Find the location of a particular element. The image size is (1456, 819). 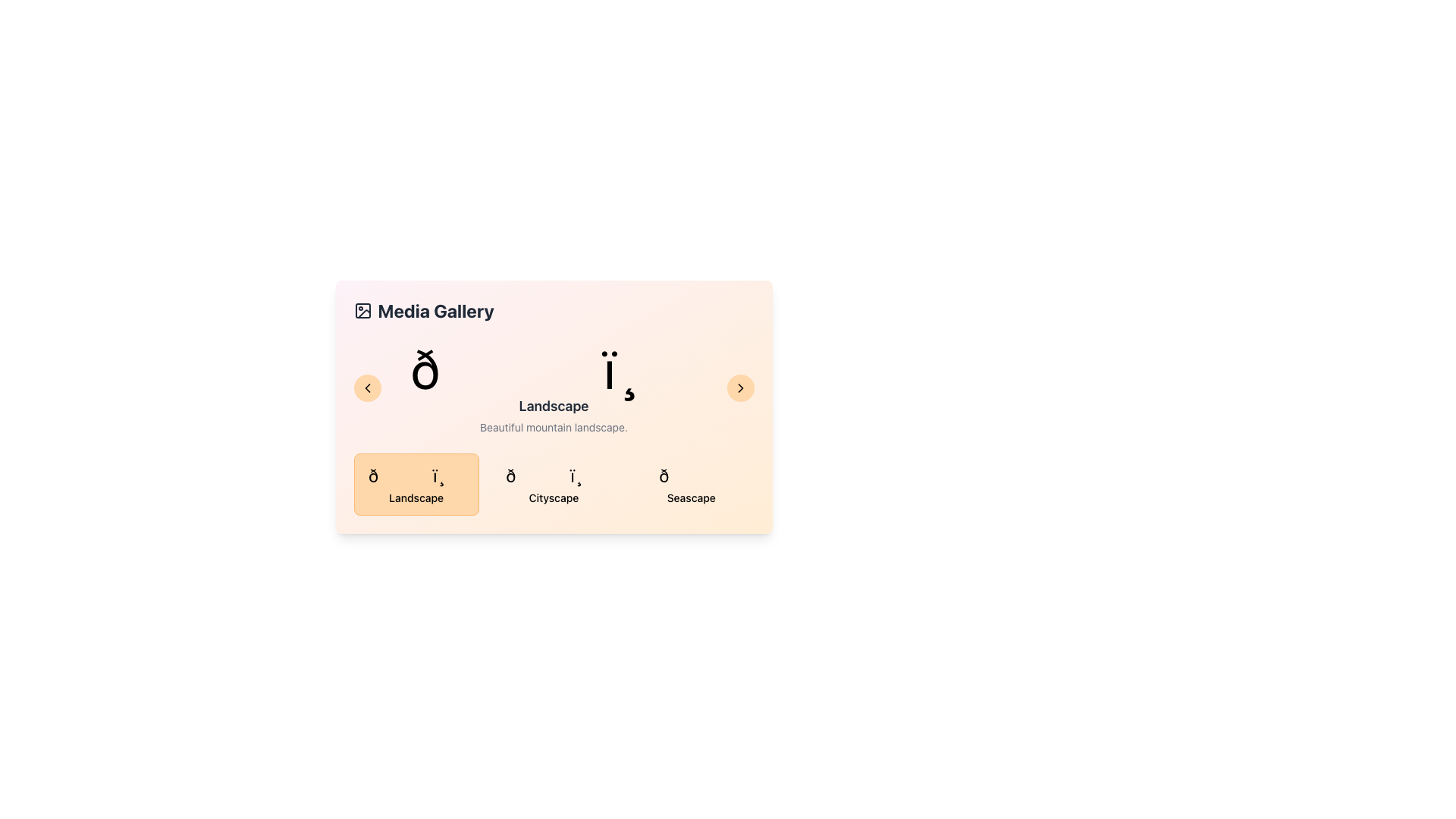

the Text Label that serves as a title for the landscape section, located centrally below the landscape icon and above the description text 'Beautiful mountain landscape.' is located at coordinates (553, 406).